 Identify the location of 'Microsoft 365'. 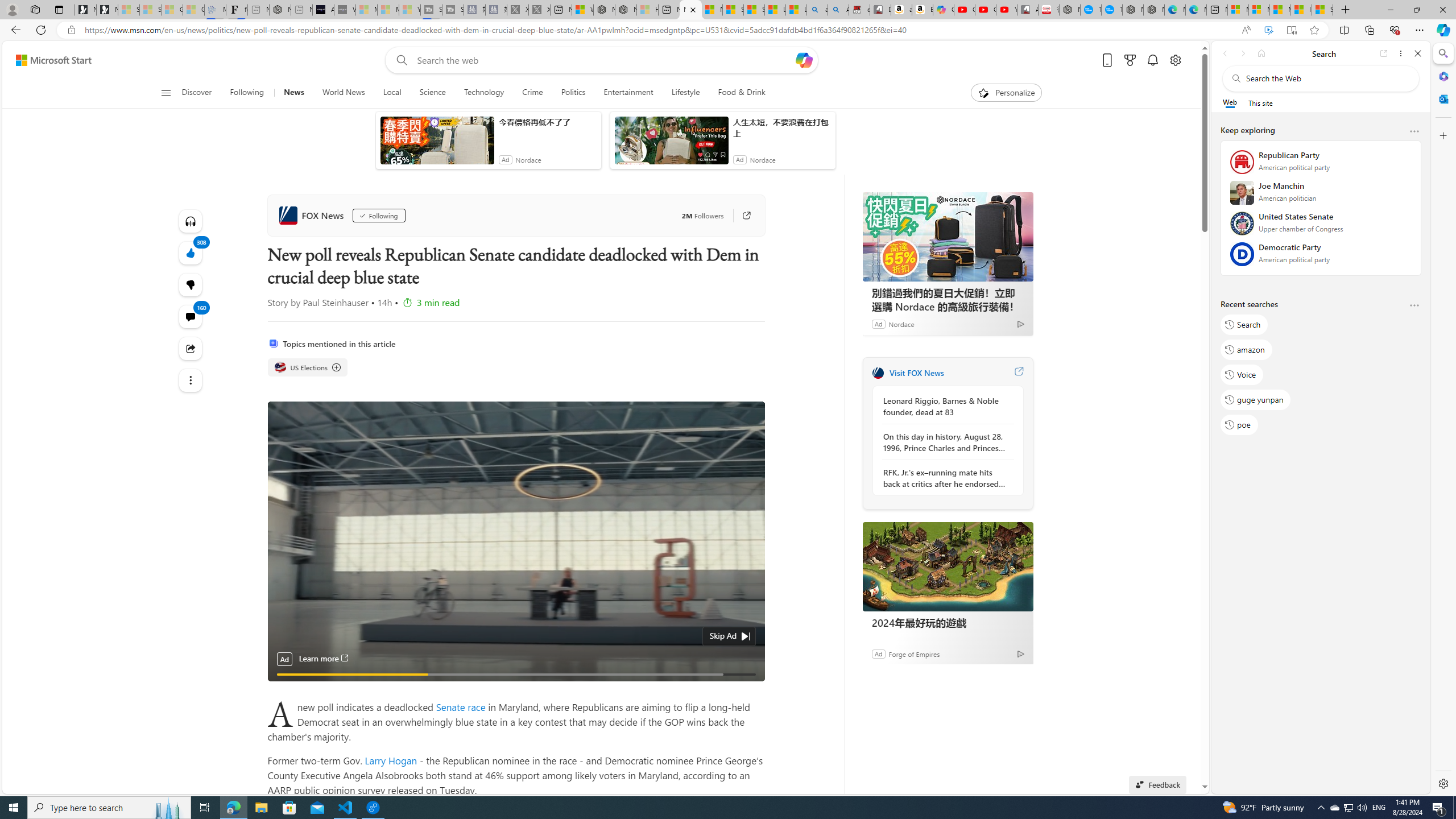
(1442, 76).